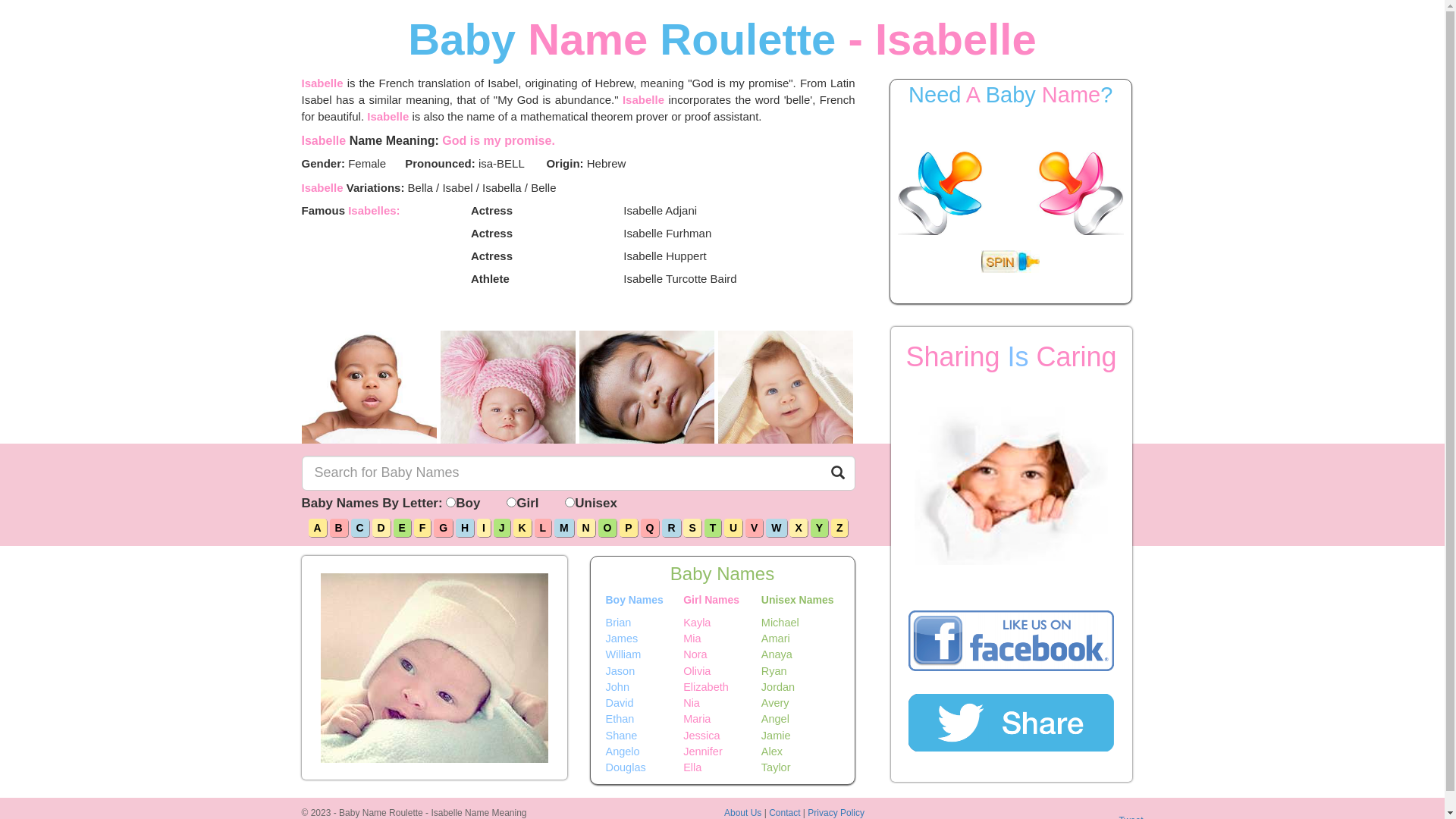 The image size is (1456, 819). I want to click on 'Olivia', so click(721, 670).